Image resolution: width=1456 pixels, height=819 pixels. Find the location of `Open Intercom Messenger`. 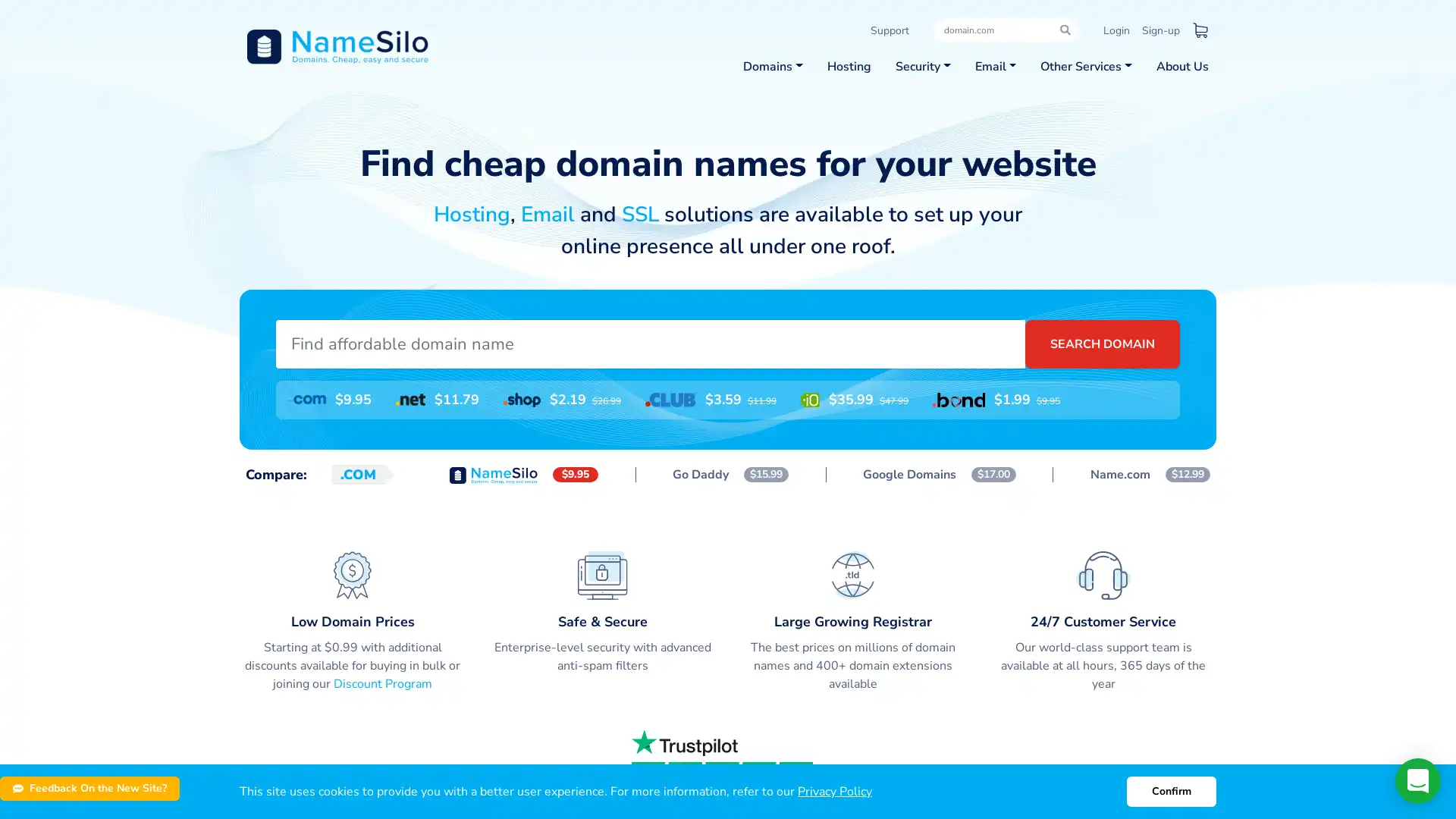

Open Intercom Messenger is located at coordinates (1417, 780).